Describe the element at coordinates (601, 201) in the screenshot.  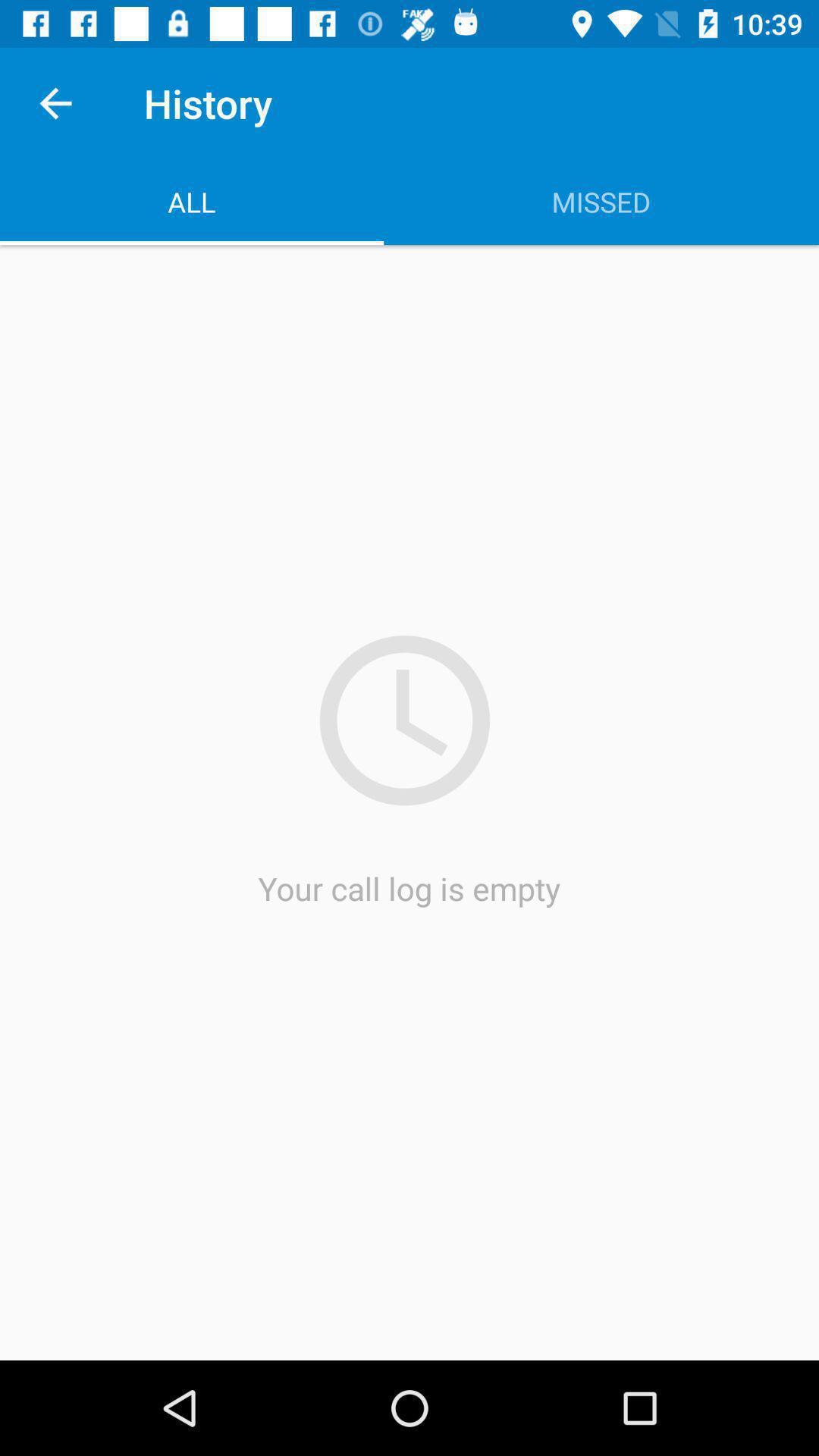
I see `icon to the right of all icon` at that location.